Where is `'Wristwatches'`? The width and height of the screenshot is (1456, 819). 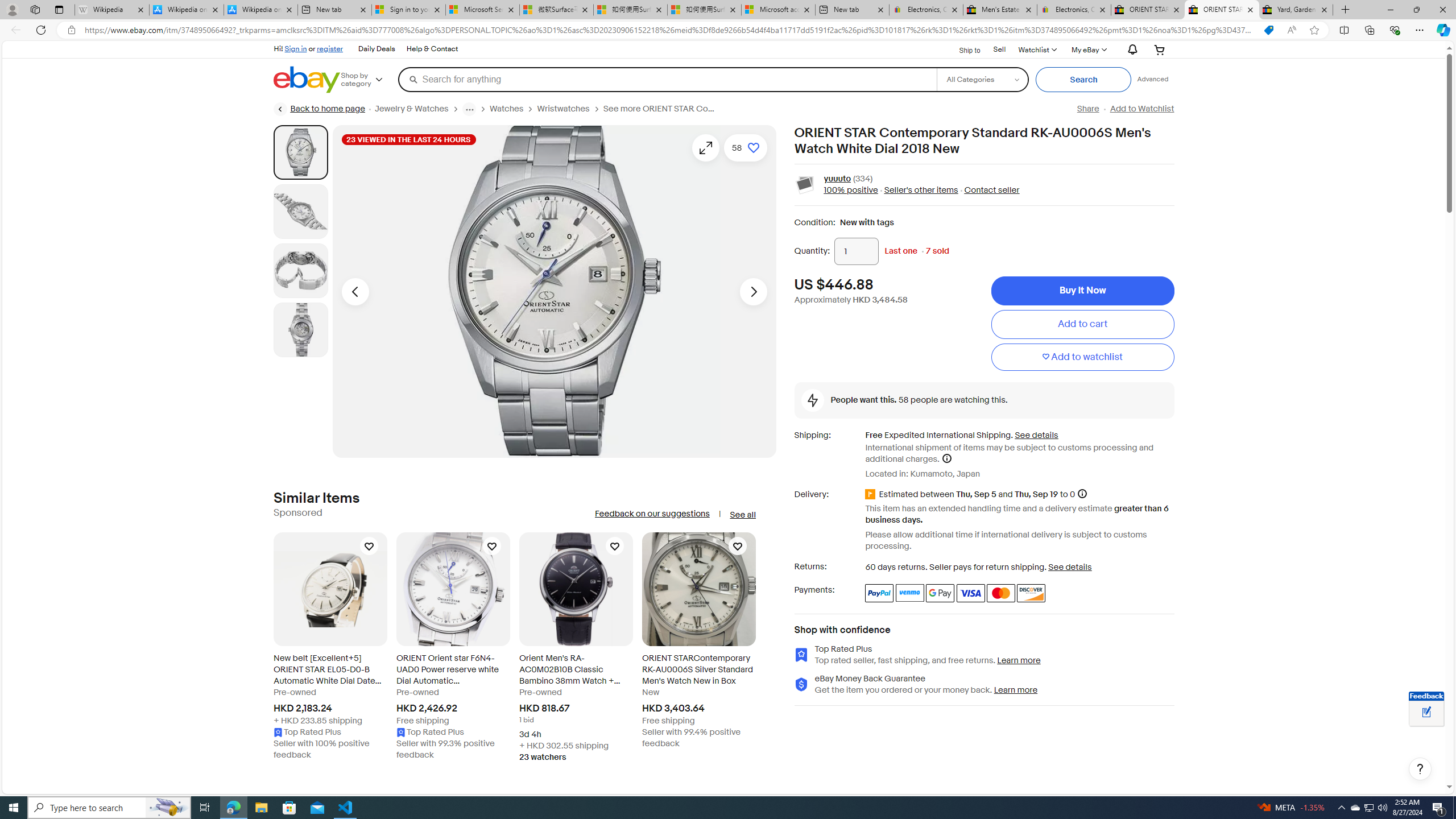
'Wristwatches' is located at coordinates (563, 109).